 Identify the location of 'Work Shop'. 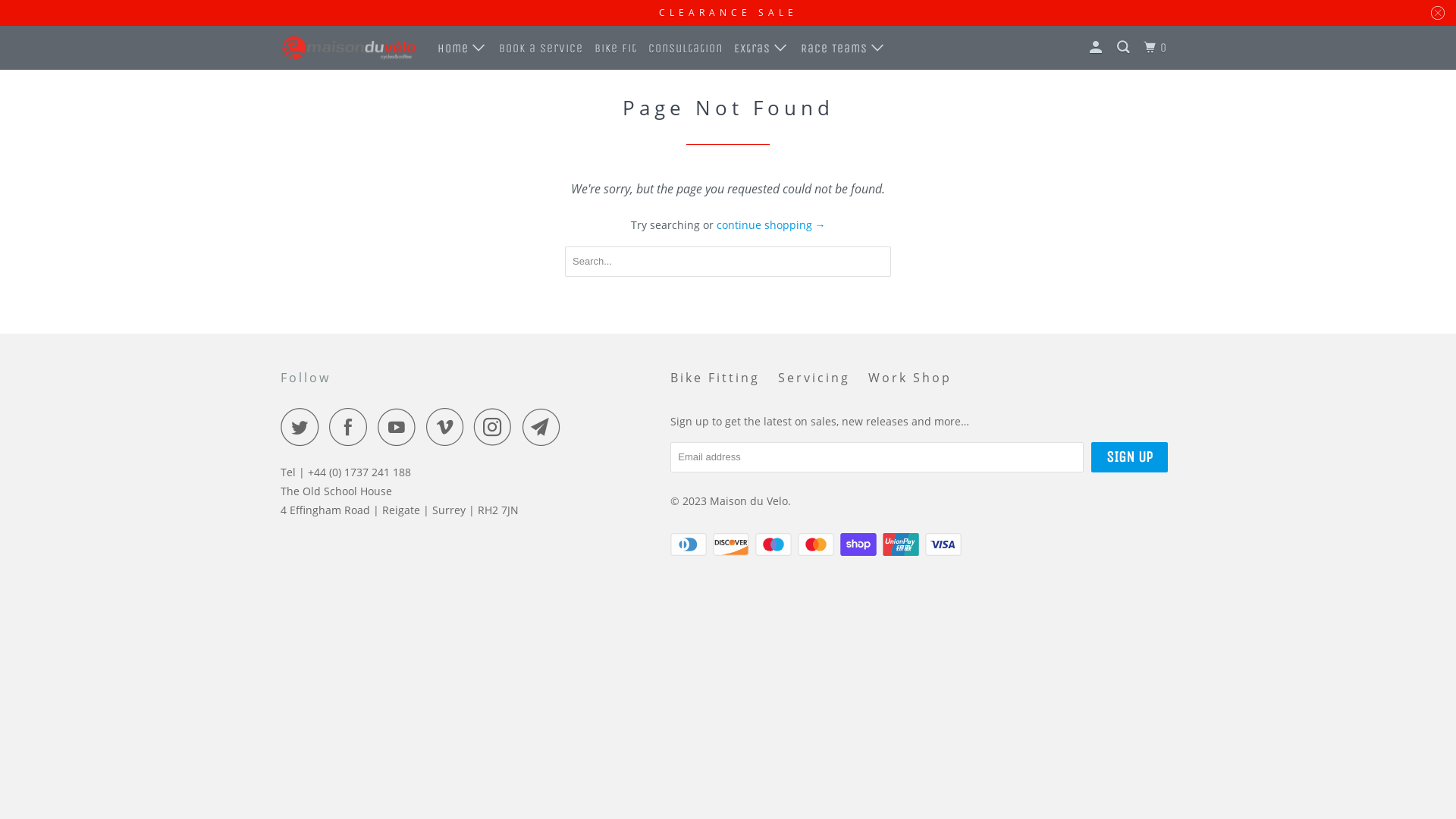
(910, 377).